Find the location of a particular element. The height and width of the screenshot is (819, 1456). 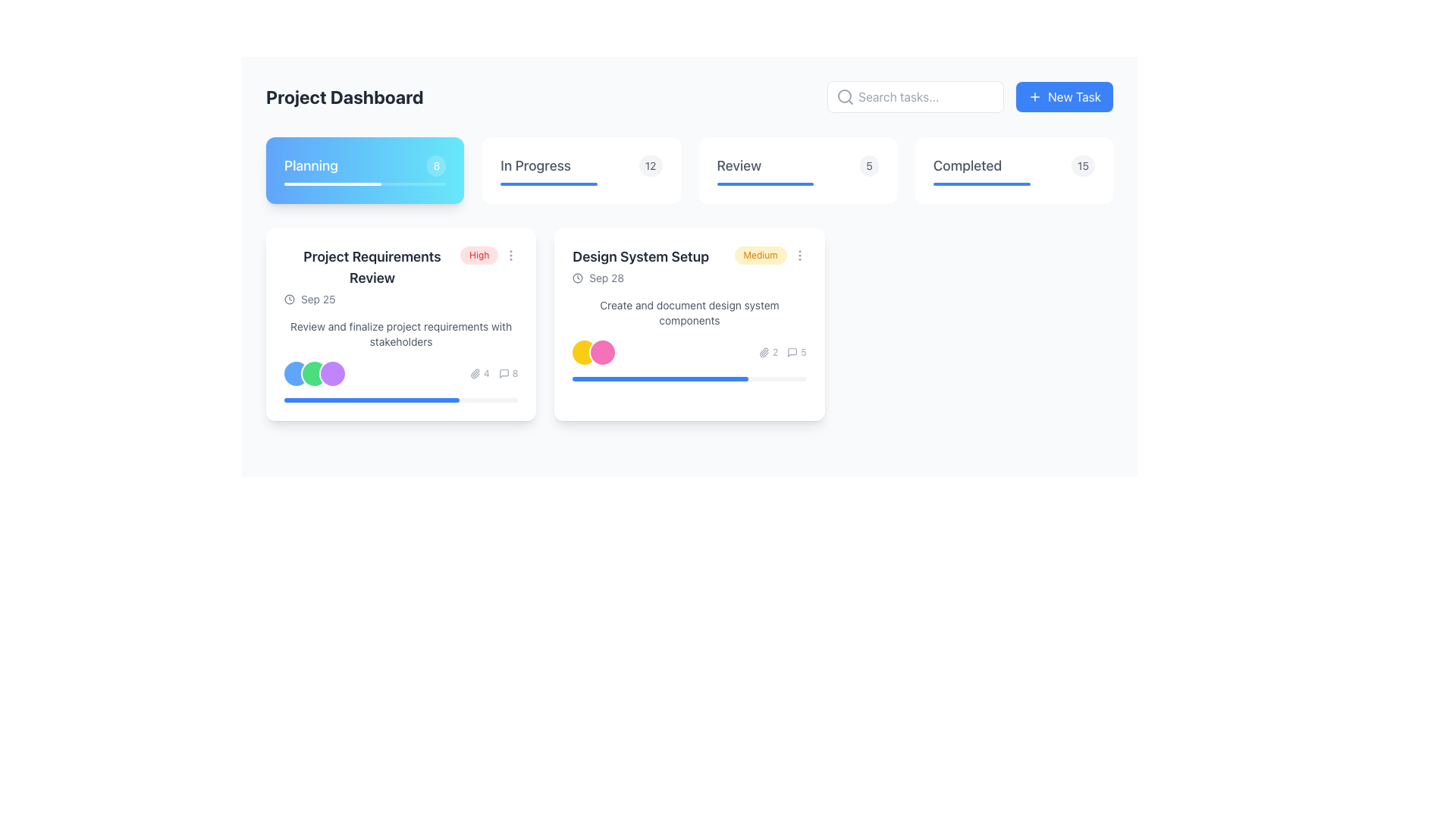

the user avatar representing 'Anna', which is the third avatar in a sequence of three adjacent avatars located in the bottom-left portion of the 'Project Requirements Review' card is located at coordinates (331, 374).